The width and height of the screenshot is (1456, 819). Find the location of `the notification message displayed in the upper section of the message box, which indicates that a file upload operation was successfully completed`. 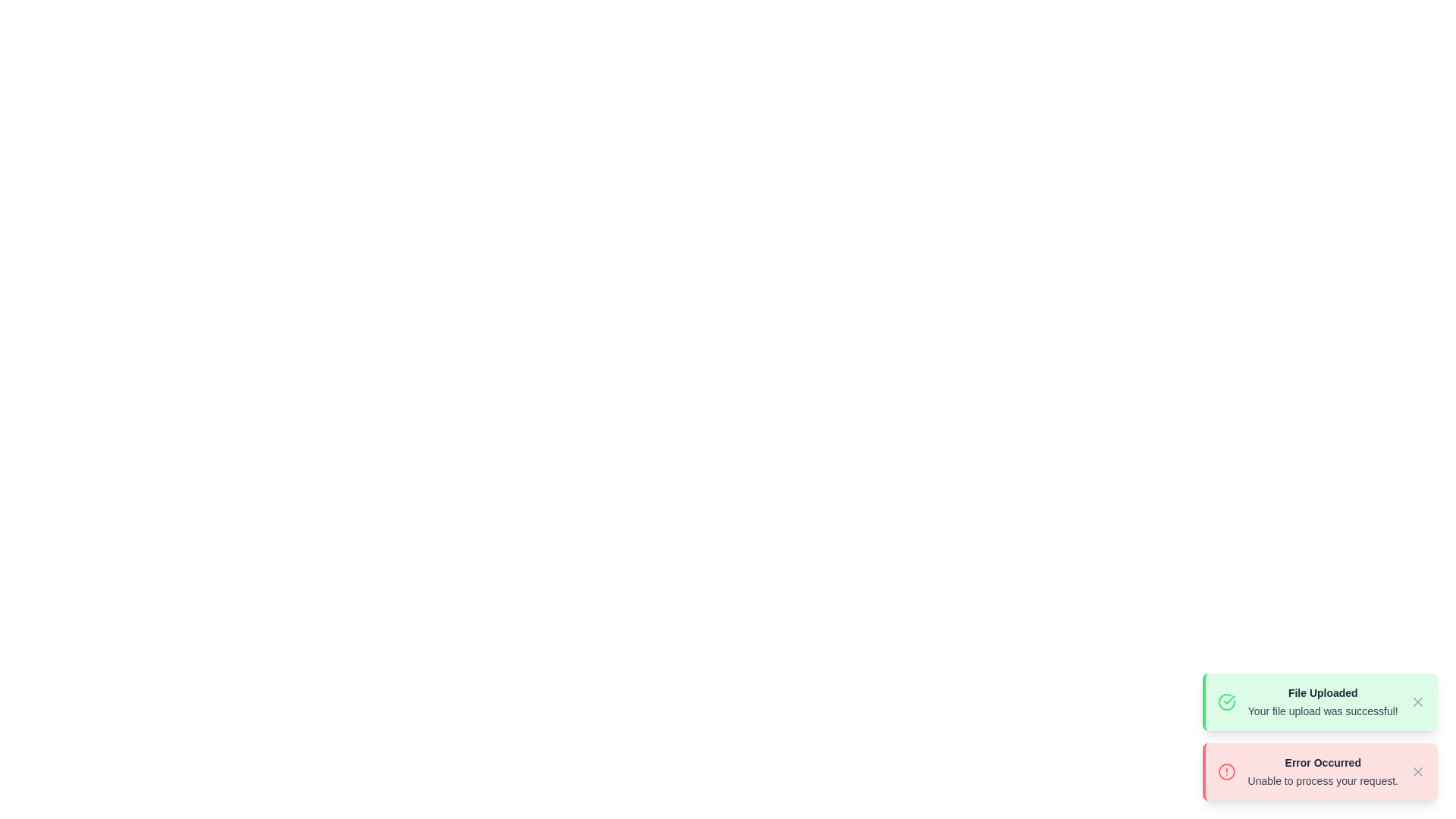

the notification message displayed in the upper section of the message box, which indicates that a file upload operation was successfully completed is located at coordinates (1322, 701).